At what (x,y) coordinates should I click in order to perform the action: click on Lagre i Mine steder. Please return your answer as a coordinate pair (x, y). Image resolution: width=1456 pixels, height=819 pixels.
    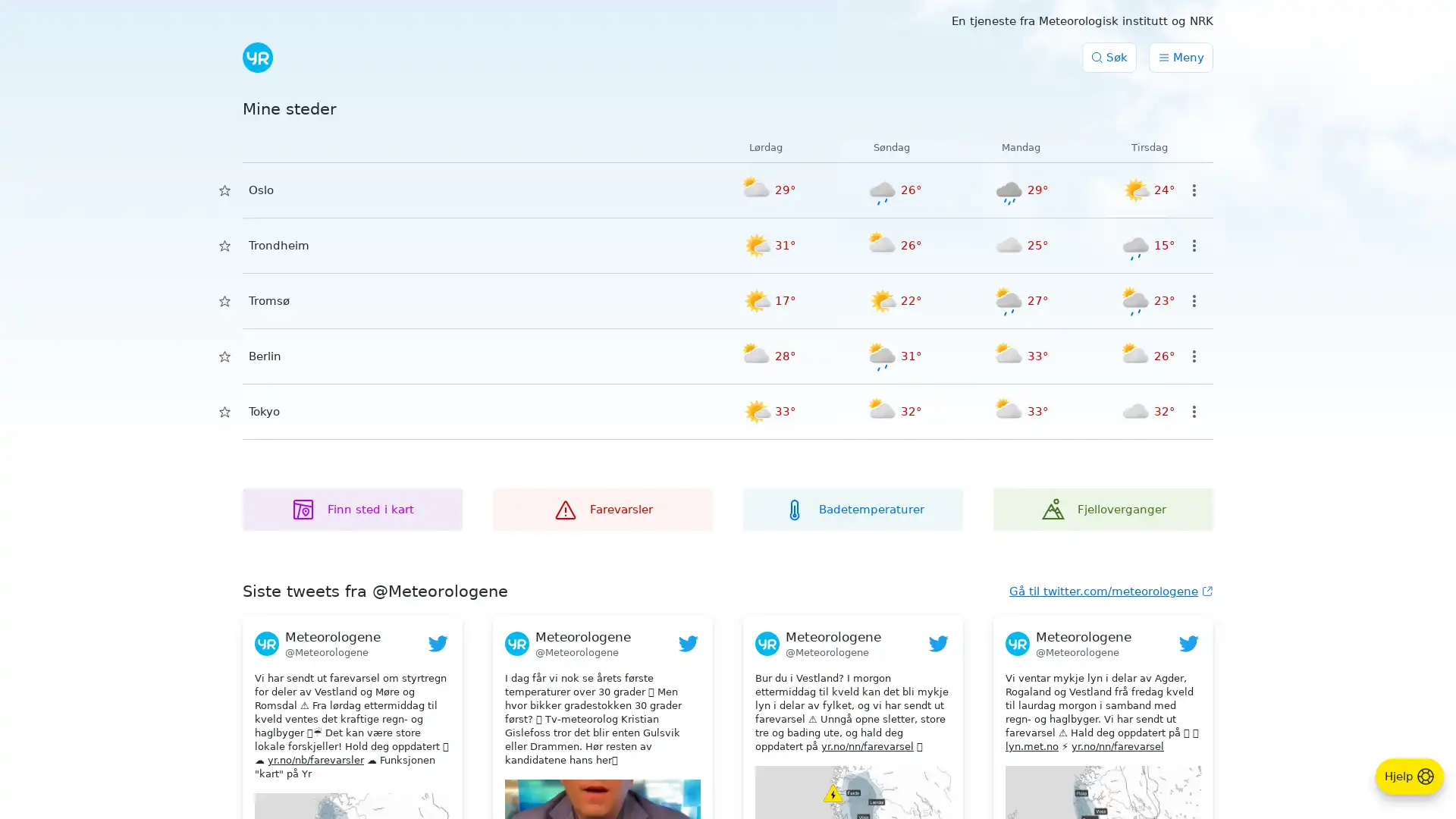
    Looking at the image, I should click on (224, 189).